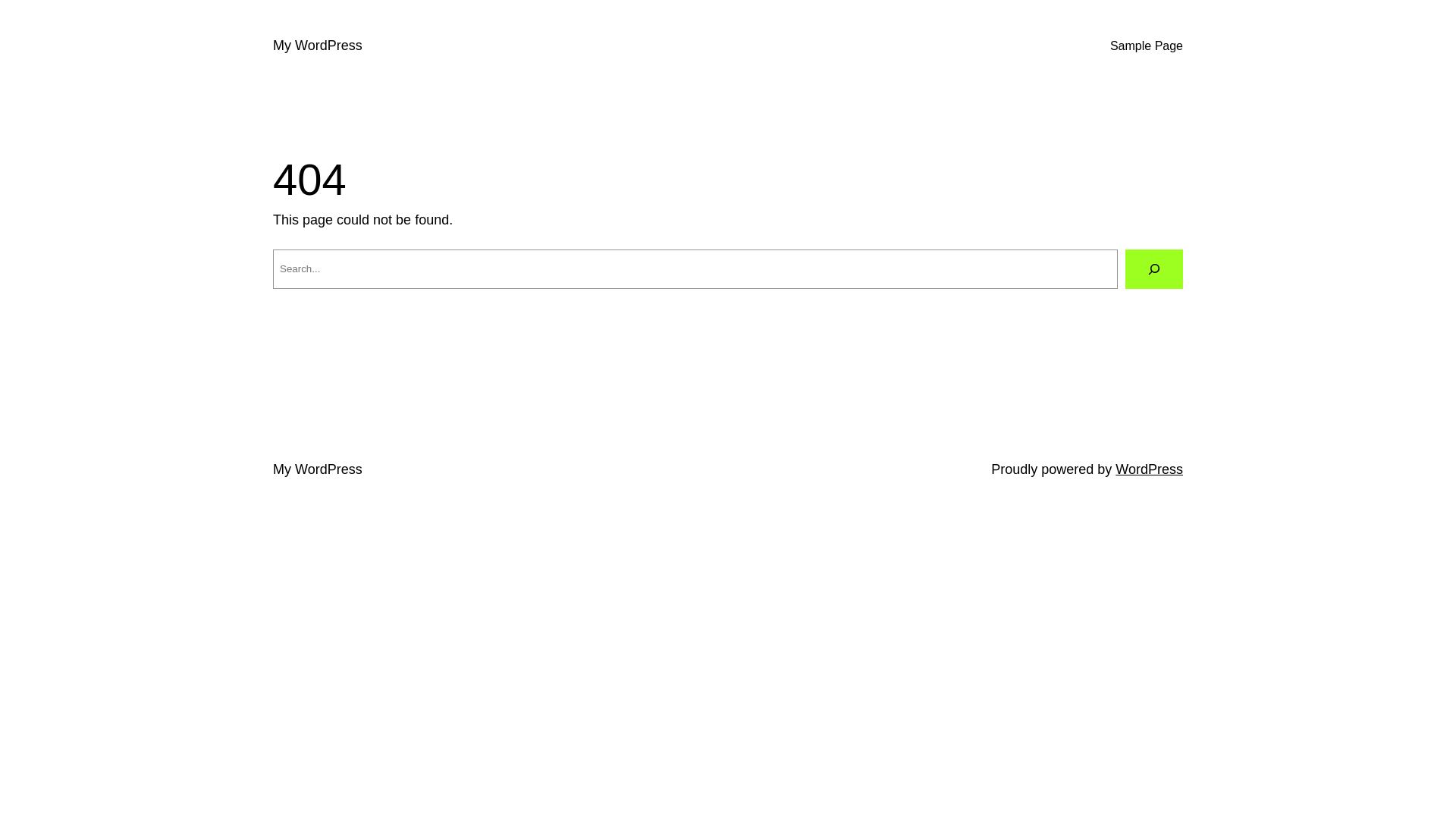 The height and width of the screenshot is (819, 1456). Describe the element at coordinates (316, 45) in the screenshot. I see `'My WordPress'` at that location.